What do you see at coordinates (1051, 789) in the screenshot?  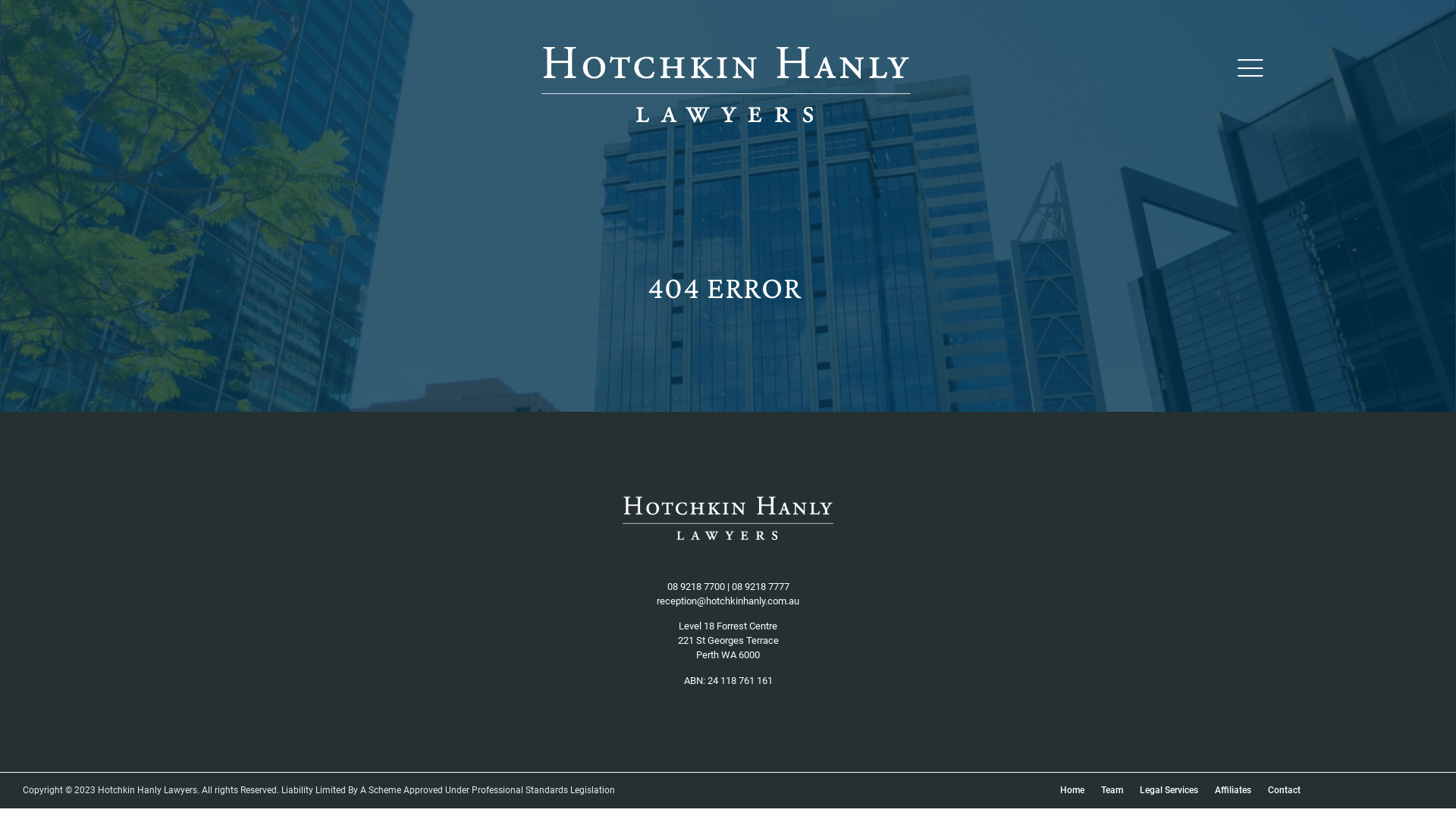 I see `'Home'` at bounding box center [1051, 789].